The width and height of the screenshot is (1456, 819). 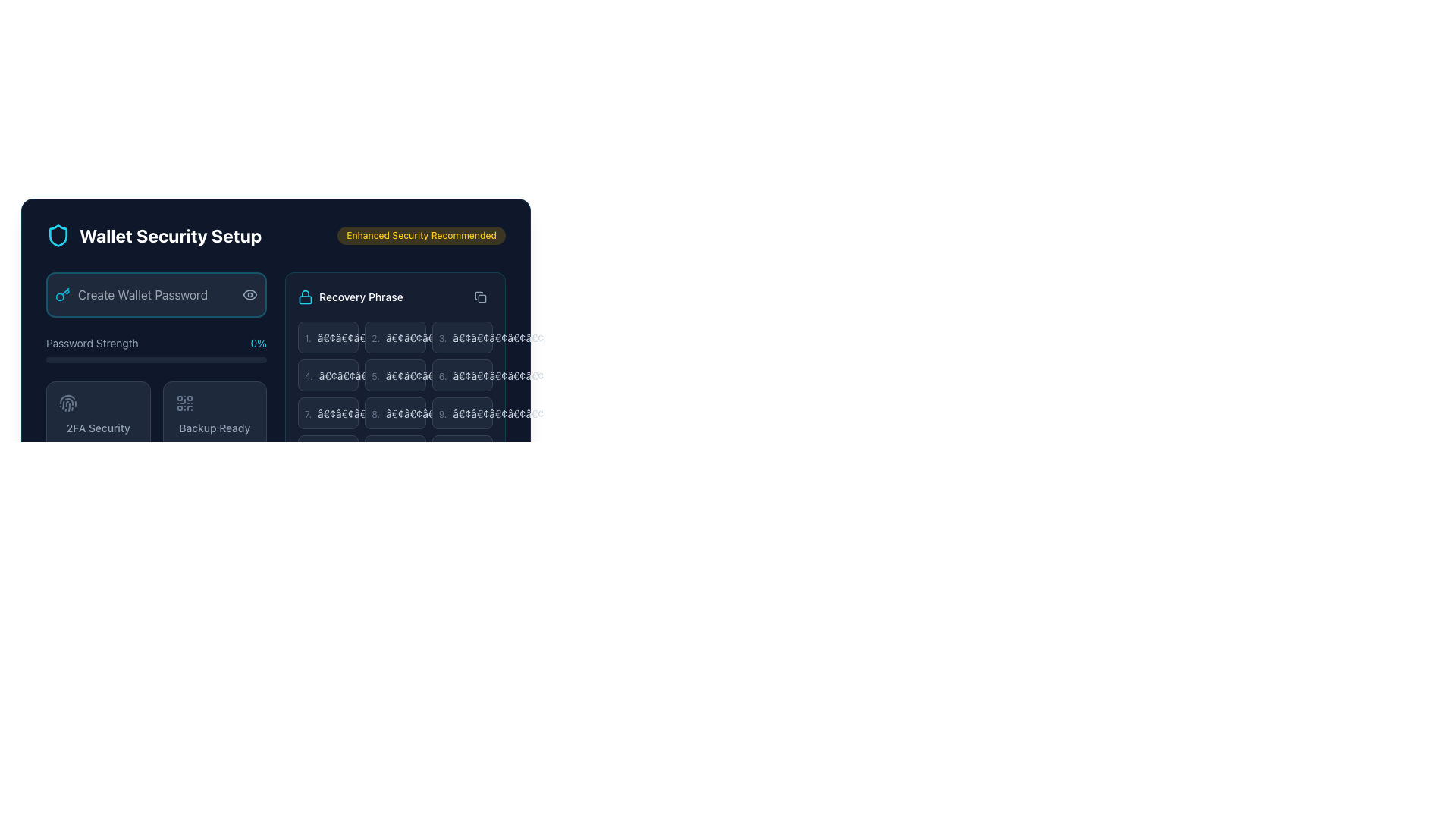 What do you see at coordinates (214, 428) in the screenshot?
I see `the text label that indicates the status of 'Backup Ready', which is located in the lower left quadrant of the interface, below a QR code icon` at bounding box center [214, 428].